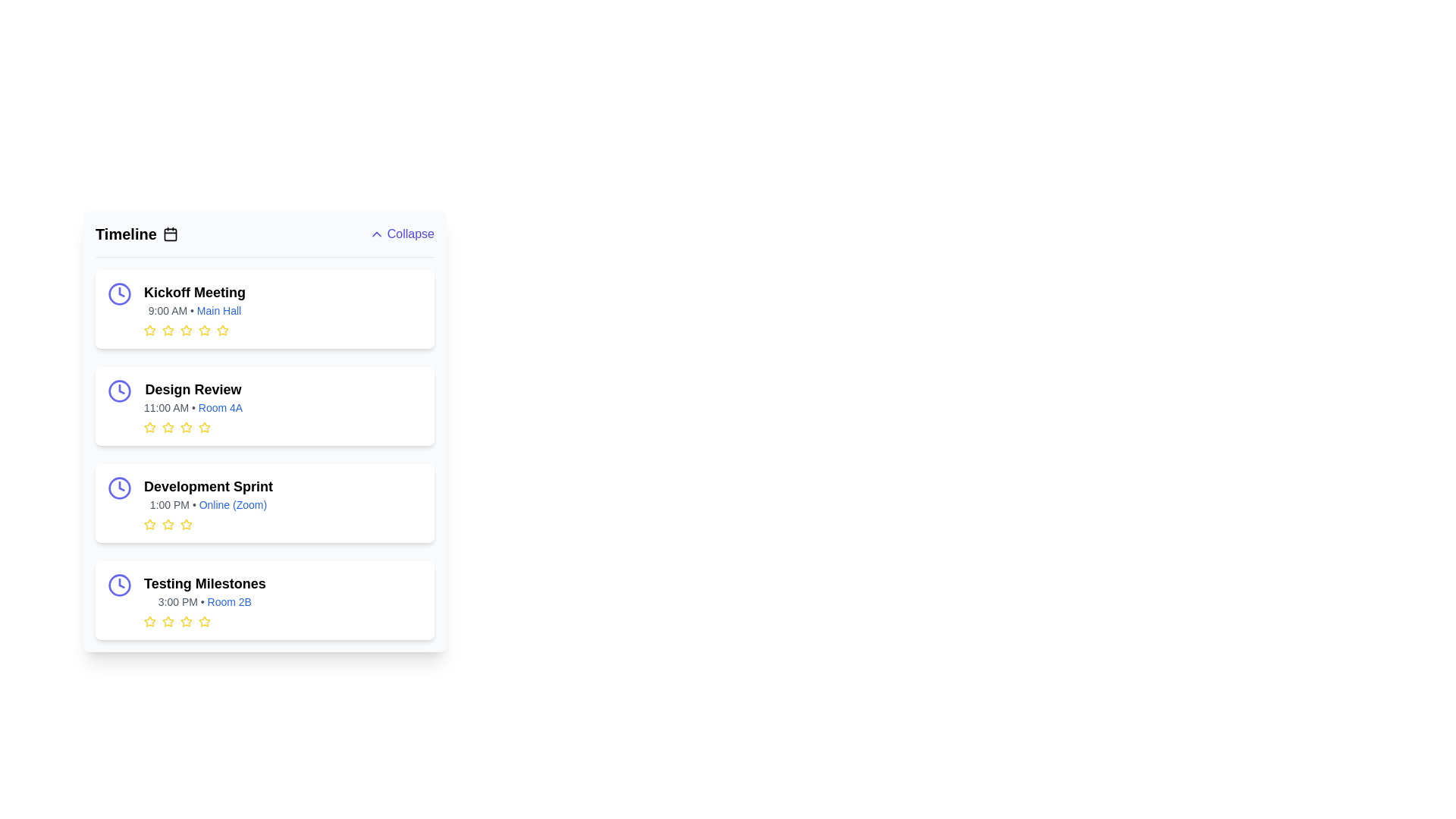 This screenshot has width=1456, height=819. What do you see at coordinates (232, 505) in the screenshot?
I see `static label displaying the text 'Online (Zoom)' in blue, located next to the time and title of an event in the third item of a timeline list` at bounding box center [232, 505].